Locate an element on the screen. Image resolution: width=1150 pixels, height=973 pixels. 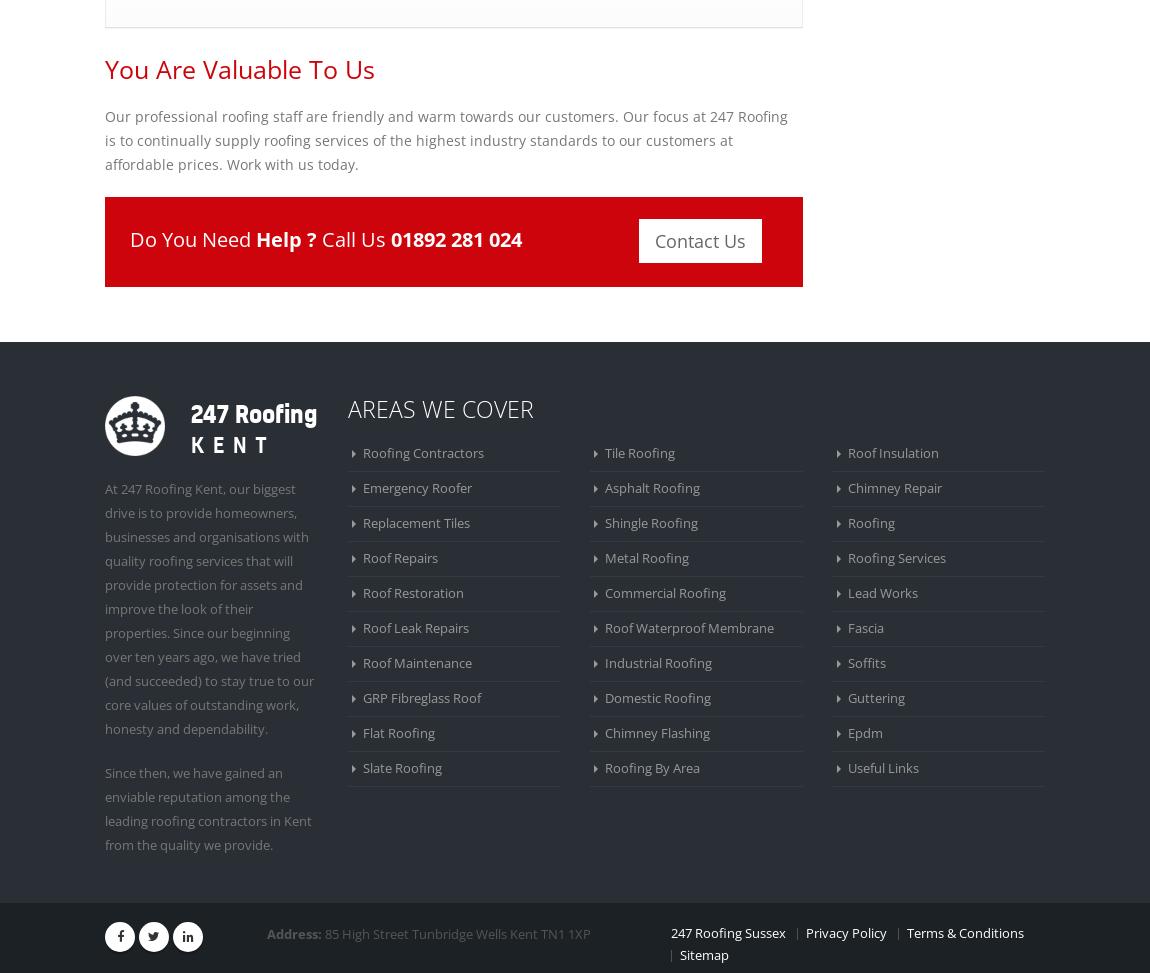
'Since then, we have gained an enviable reputation among the leading roofing contractors in Kent from the quality we provide.' is located at coordinates (103, 808).